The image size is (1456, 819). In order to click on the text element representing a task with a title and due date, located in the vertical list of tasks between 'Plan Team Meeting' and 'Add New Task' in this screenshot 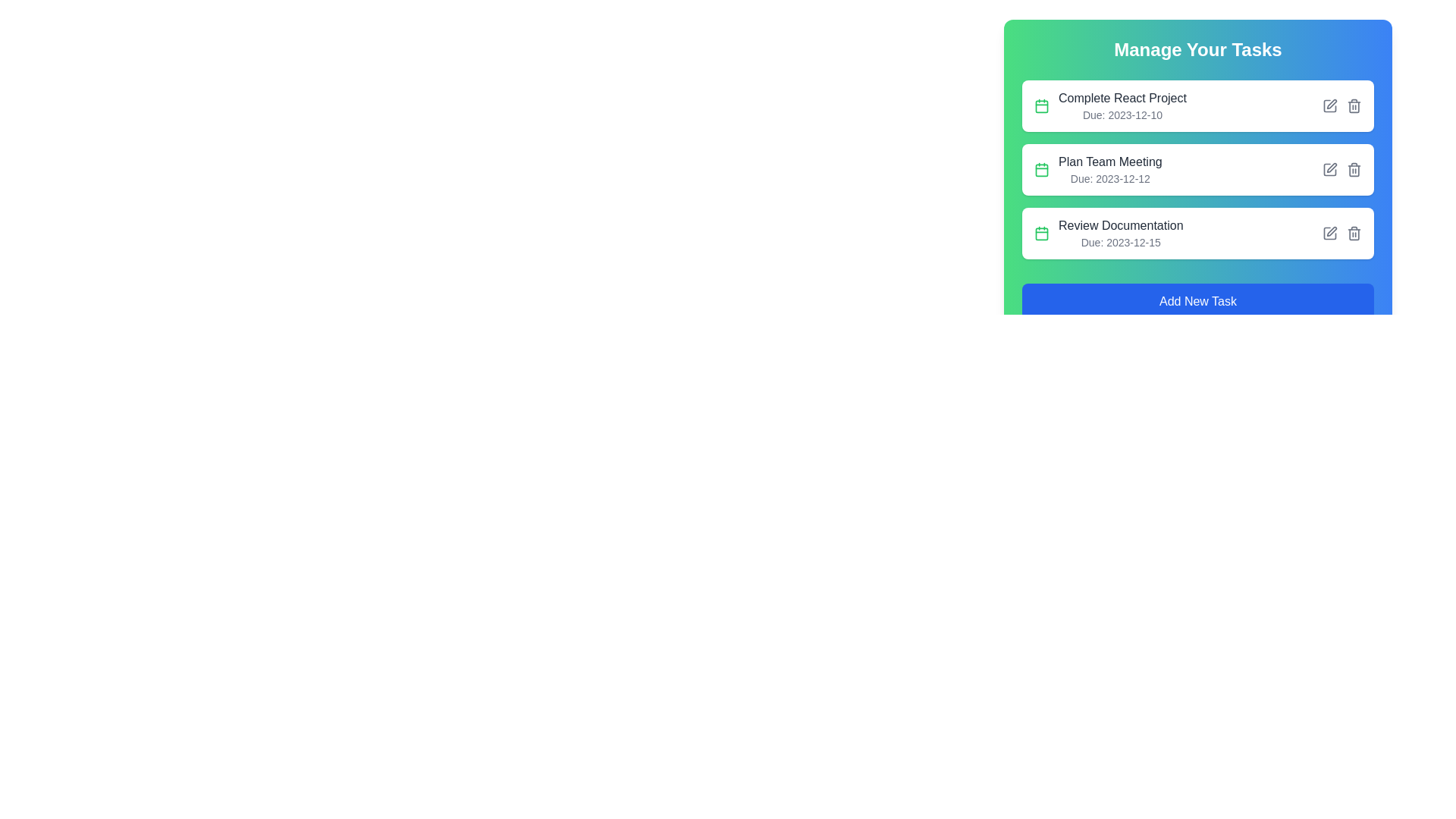, I will do `click(1109, 234)`.